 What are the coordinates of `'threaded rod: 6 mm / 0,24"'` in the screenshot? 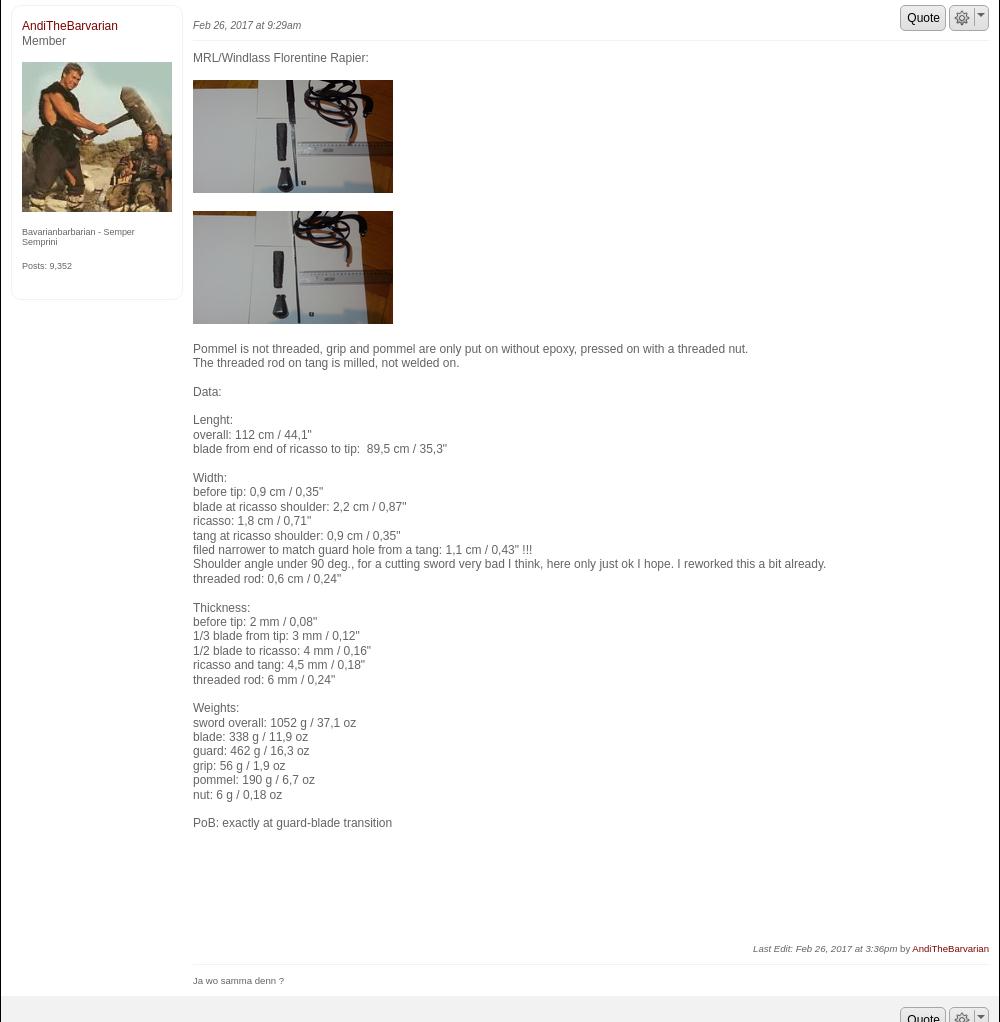 It's located at (264, 678).